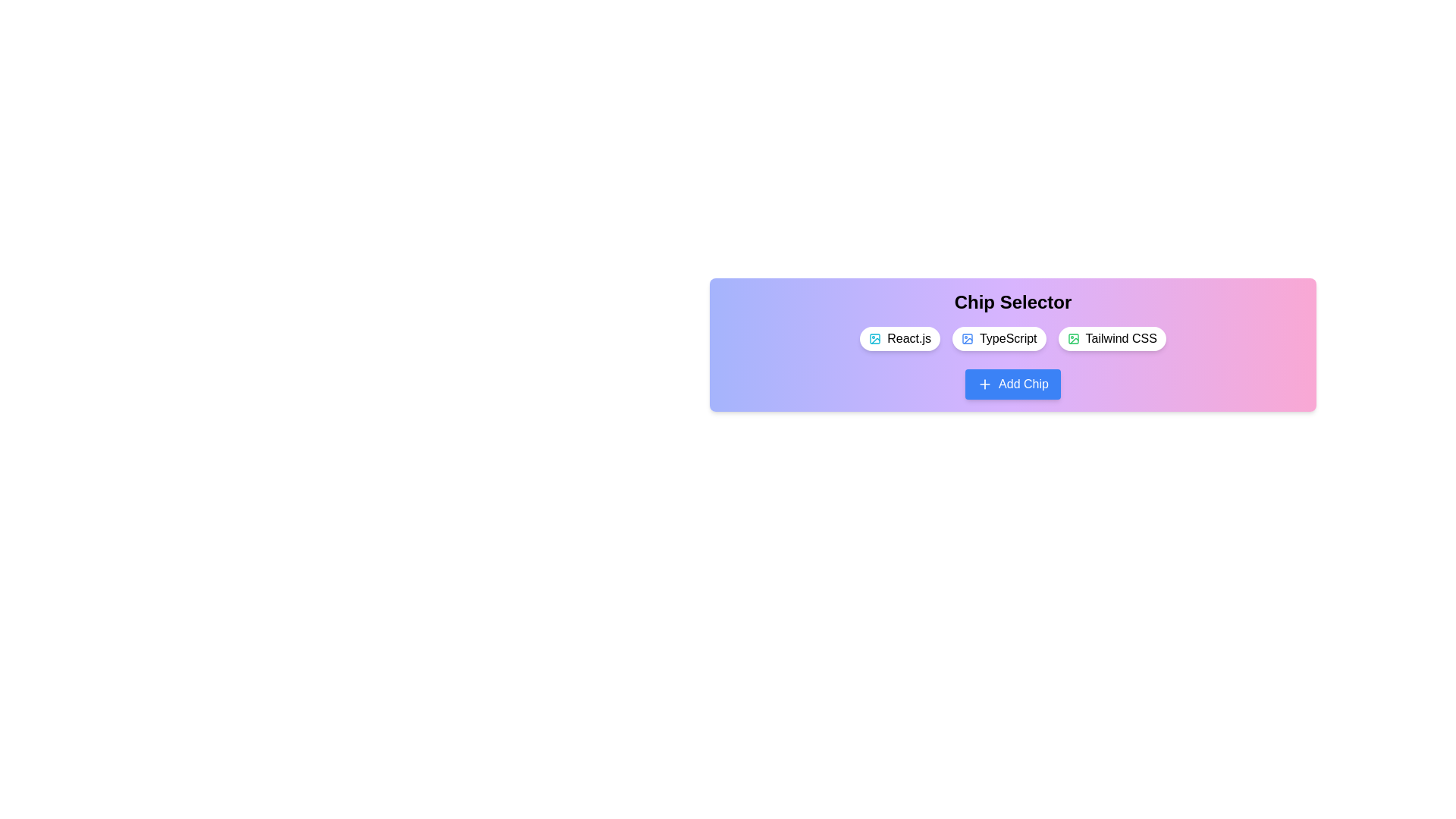 This screenshot has width=1456, height=819. What do you see at coordinates (900, 338) in the screenshot?
I see `the 'React.js' chip button` at bounding box center [900, 338].